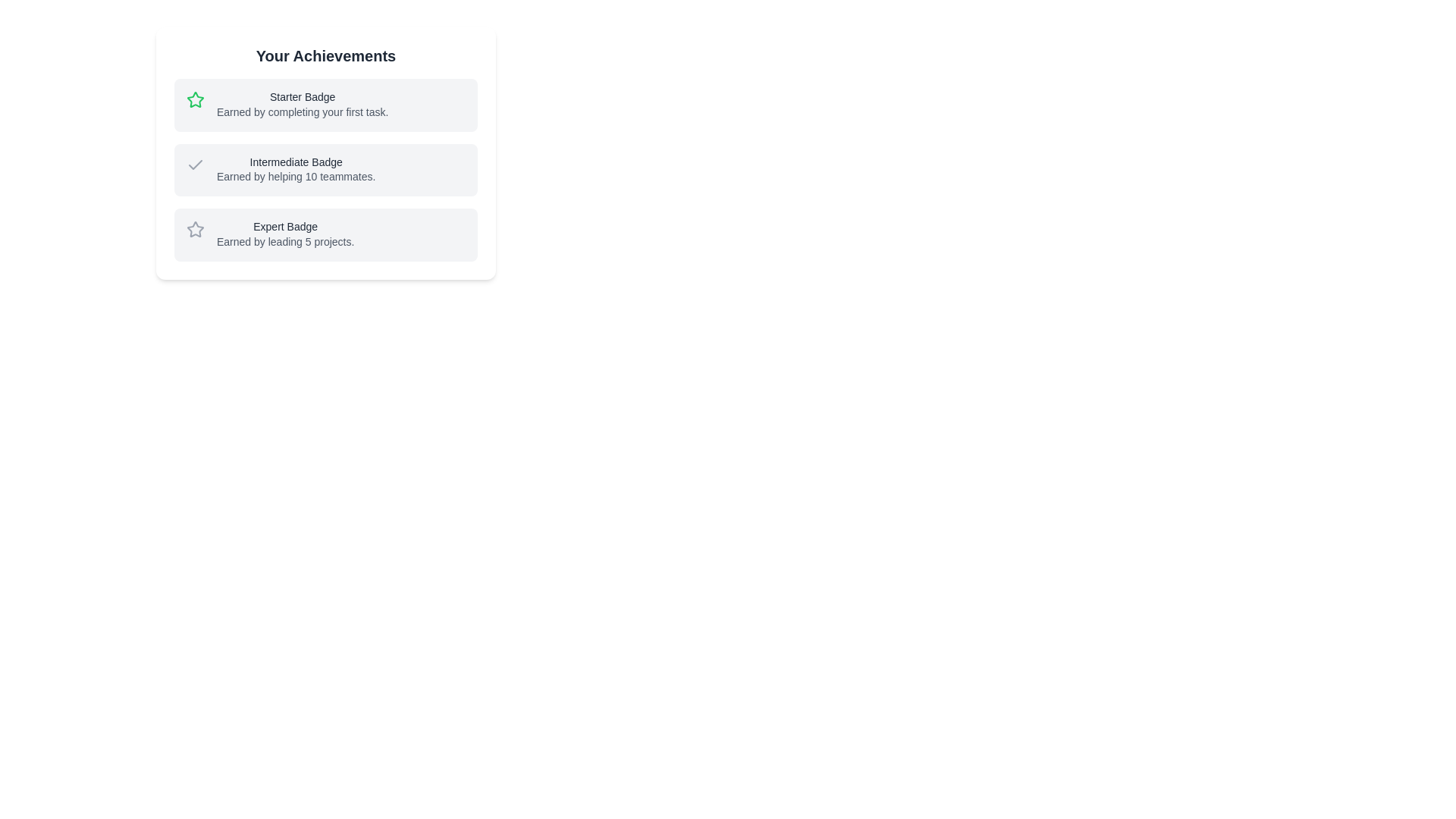  Describe the element at coordinates (303, 97) in the screenshot. I see `text label 'Starter Badge' located in the 'Your Achievements' section above the text 'Earned by completing your first task.'` at that location.